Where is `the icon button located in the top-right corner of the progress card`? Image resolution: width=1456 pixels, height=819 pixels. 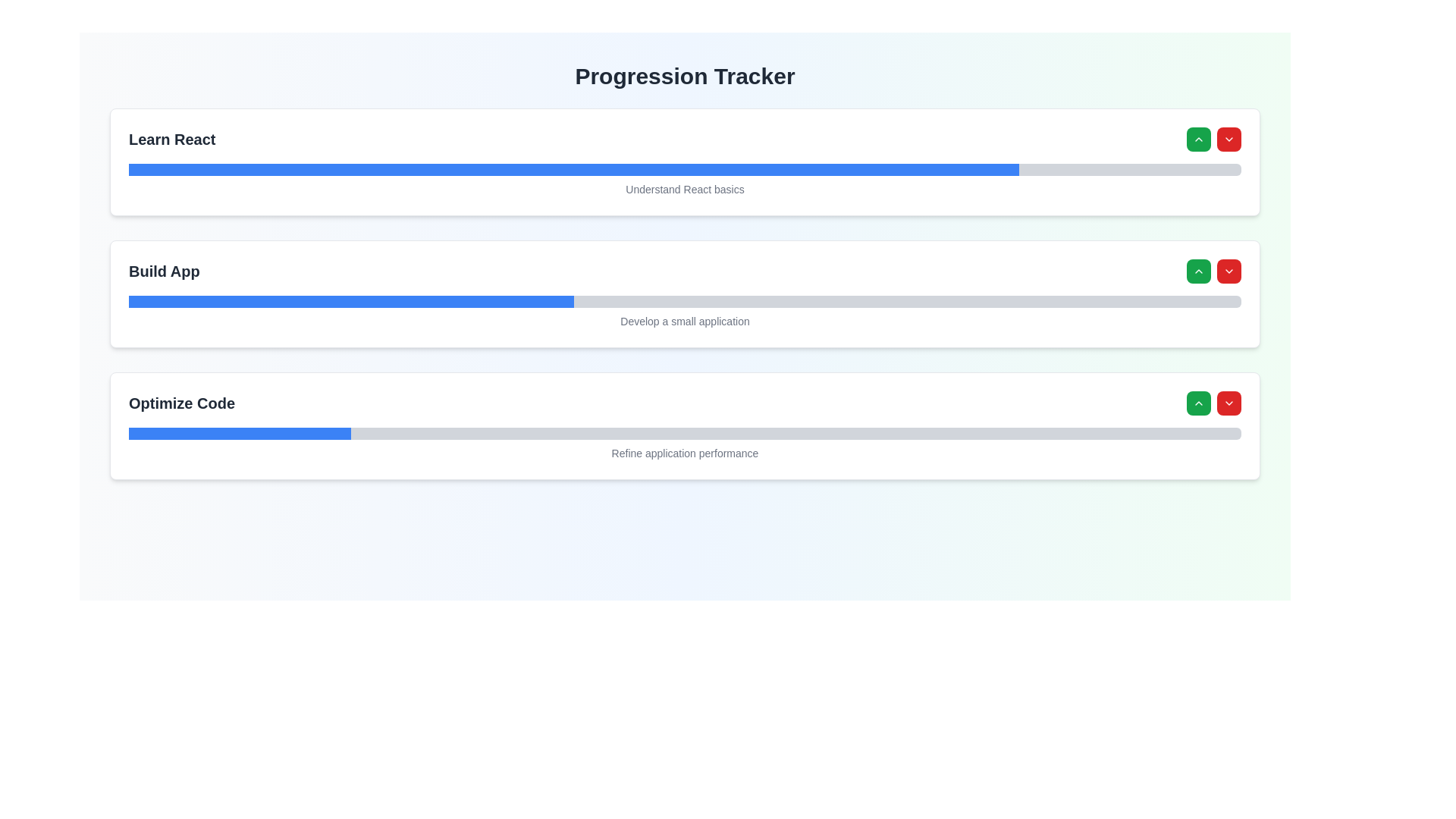 the icon button located in the top-right corner of the progress card is located at coordinates (1229, 271).